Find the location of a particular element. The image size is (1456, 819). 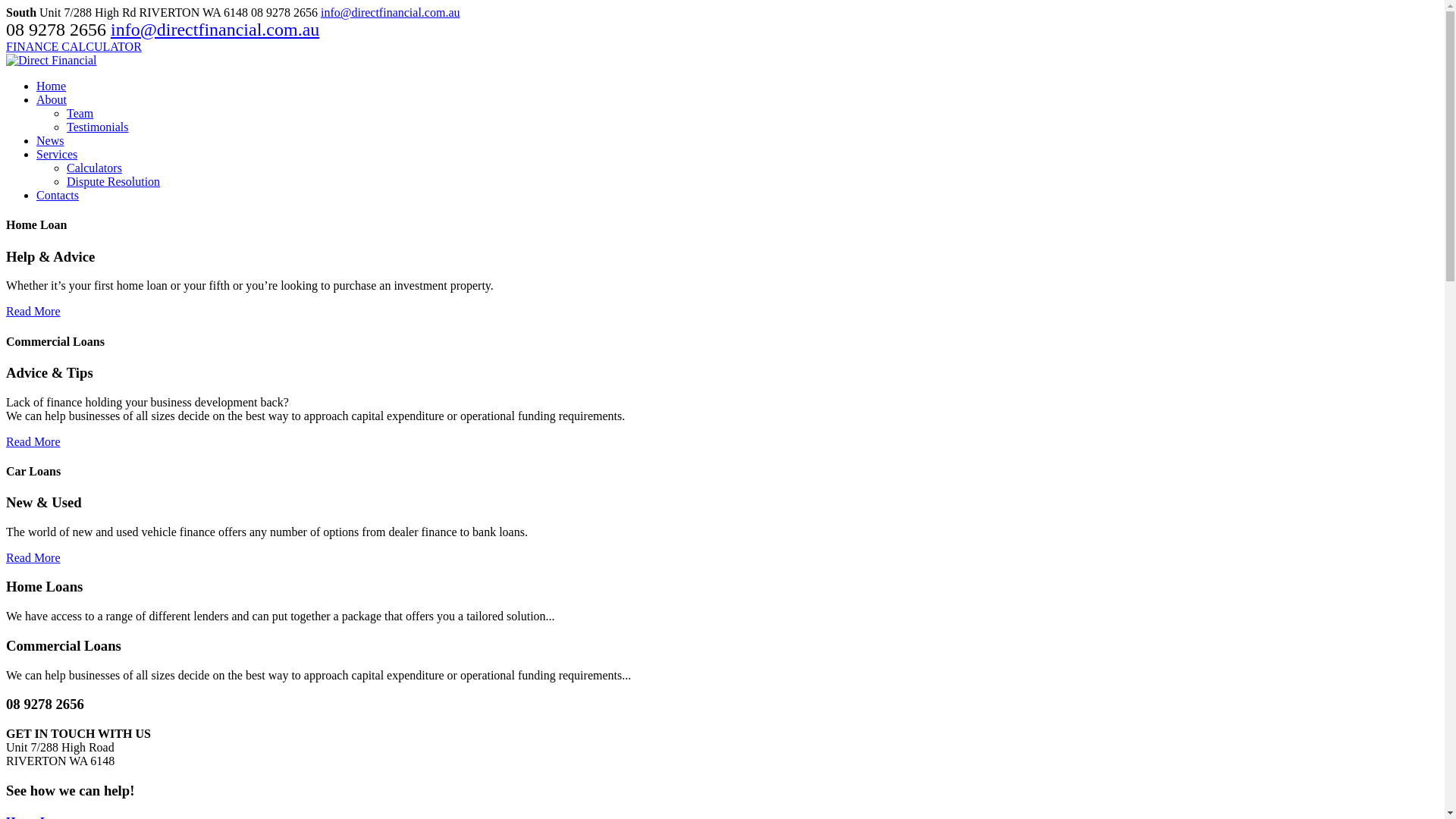

'Read More' is located at coordinates (33, 441).